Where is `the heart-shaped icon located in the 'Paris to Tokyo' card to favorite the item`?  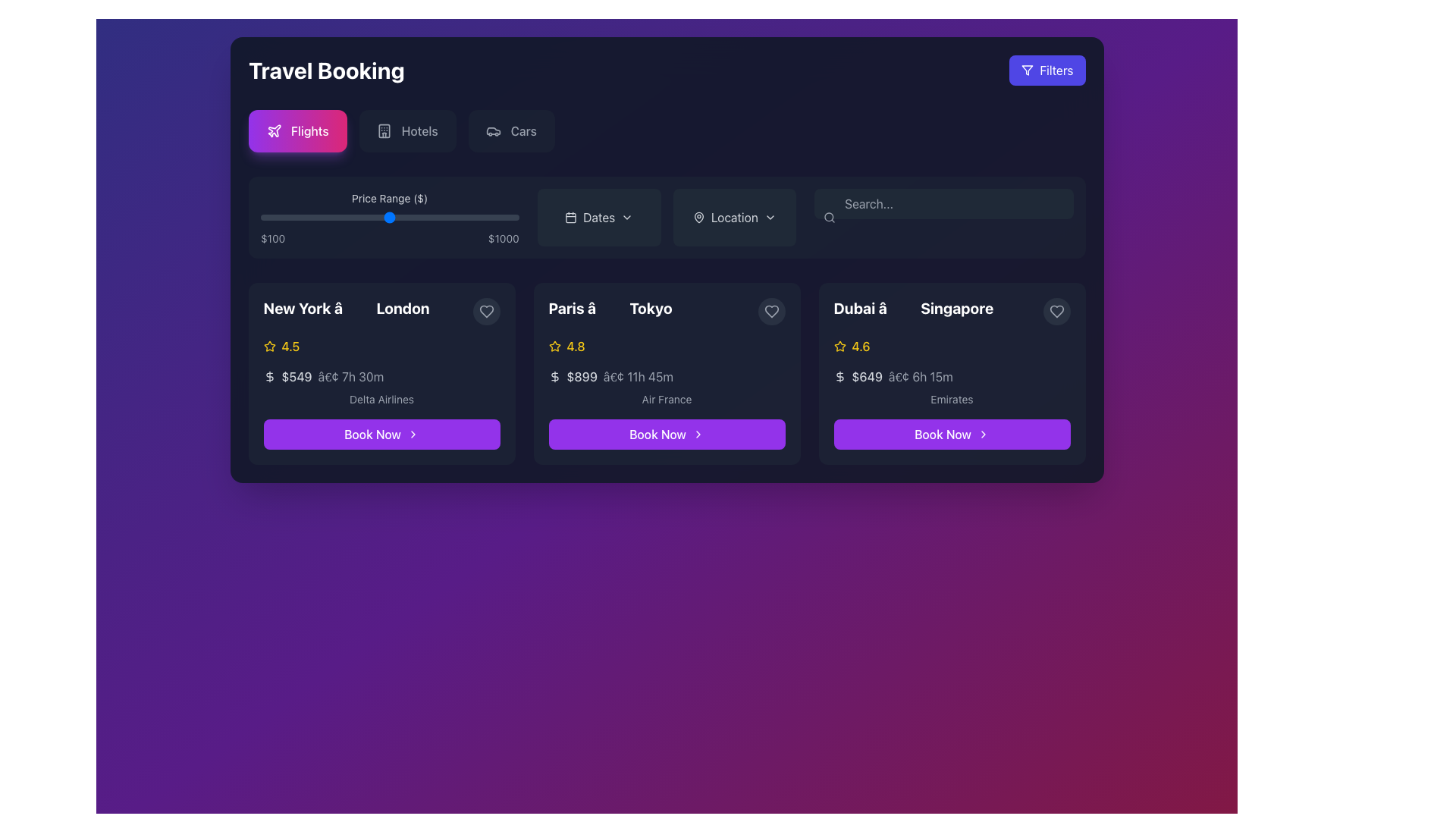
the heart-shaped icon located in the 'Paris to Tokyo' card to favorite the item is located at coordinates (771, 311).